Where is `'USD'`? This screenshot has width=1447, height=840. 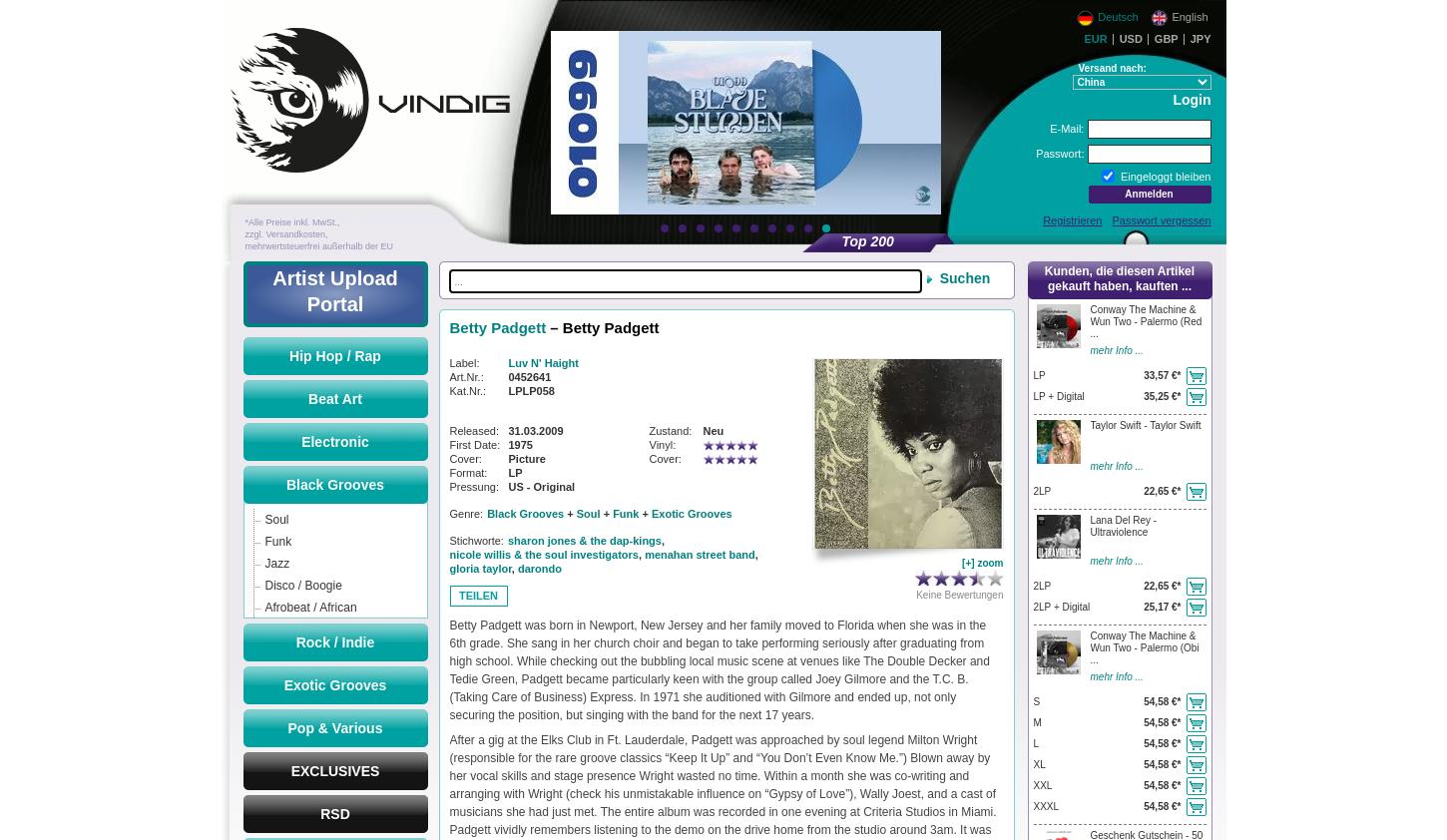 'USD' is located at coordinates (1129, 37).